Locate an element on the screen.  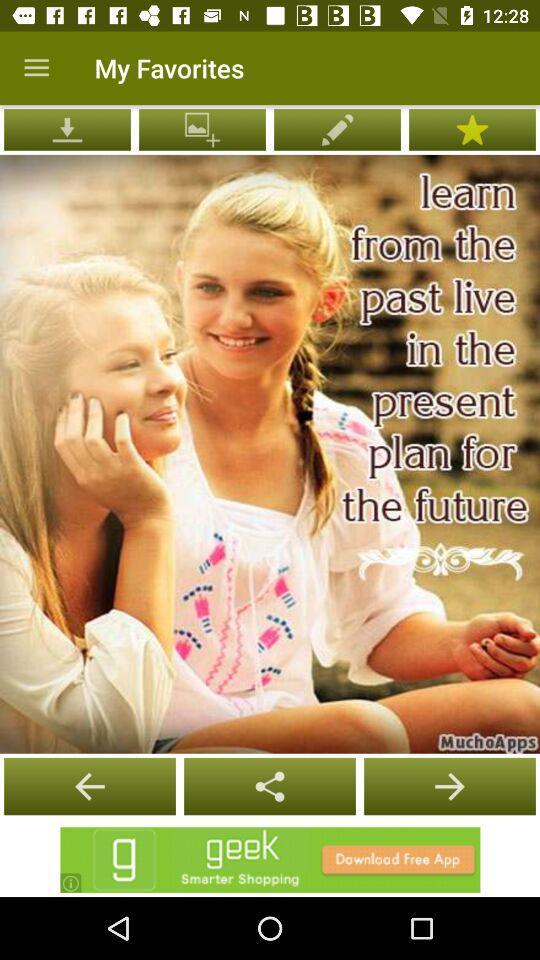
the arrow_backward icon is located at coordinates (270, 786).